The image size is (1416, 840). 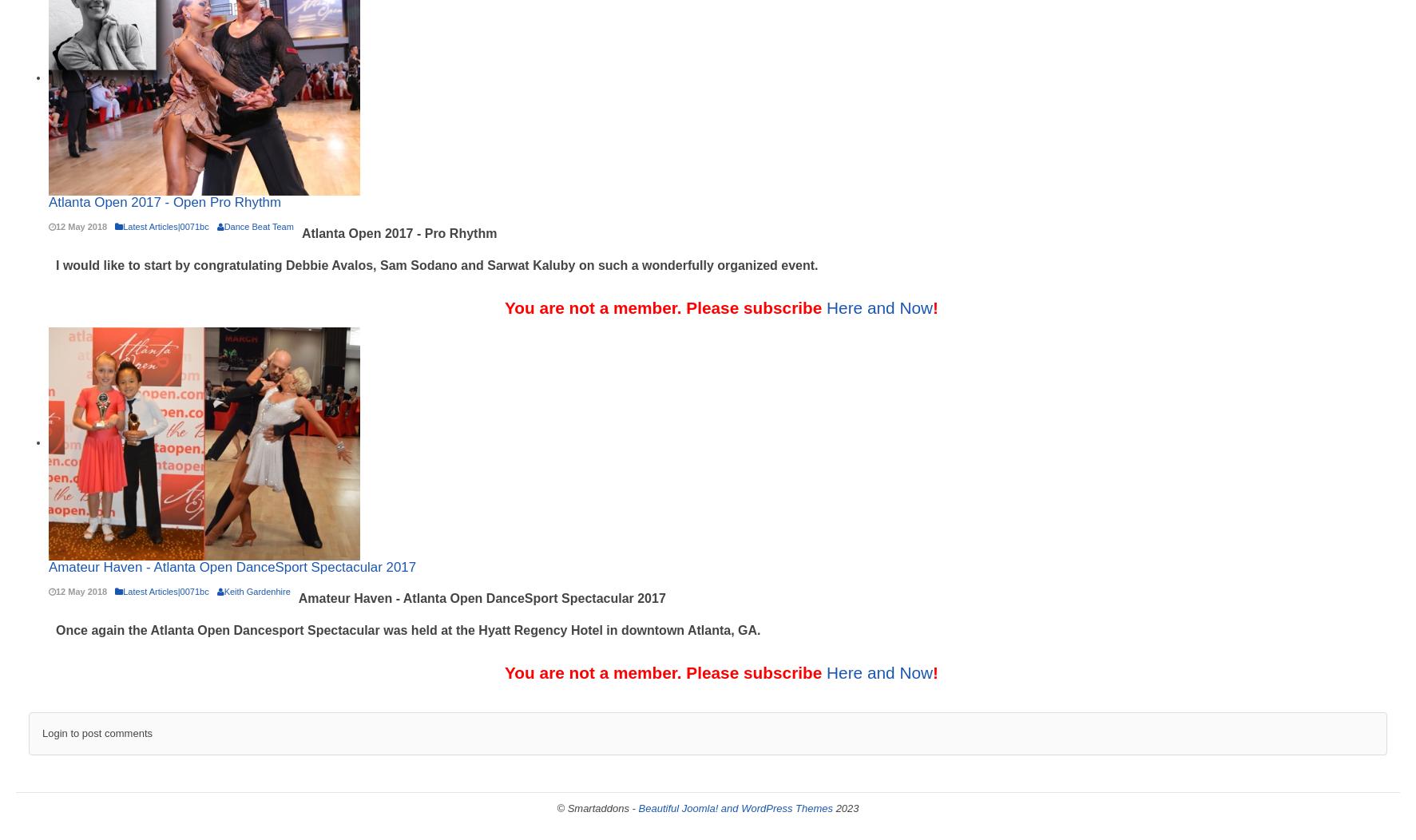 What do you see at coordinates (736, 807) in the screenshot?
I see `'Beautiful Joomla! and WordPress Themes'` at bounding box center [736, 807].